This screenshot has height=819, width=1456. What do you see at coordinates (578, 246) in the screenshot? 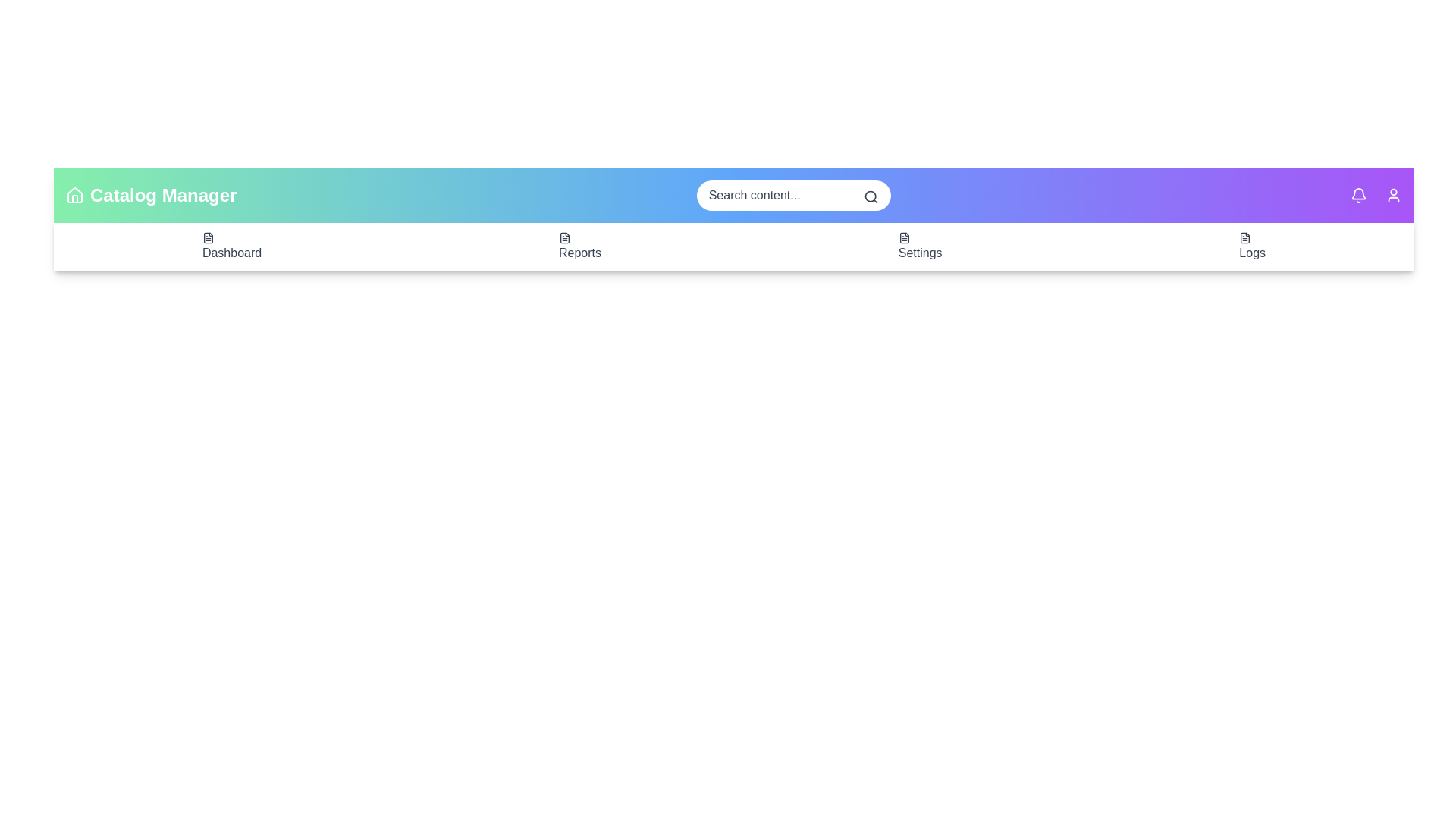
I see `the 'Reports' menu item to view reports` at bounding box center [578, 246].